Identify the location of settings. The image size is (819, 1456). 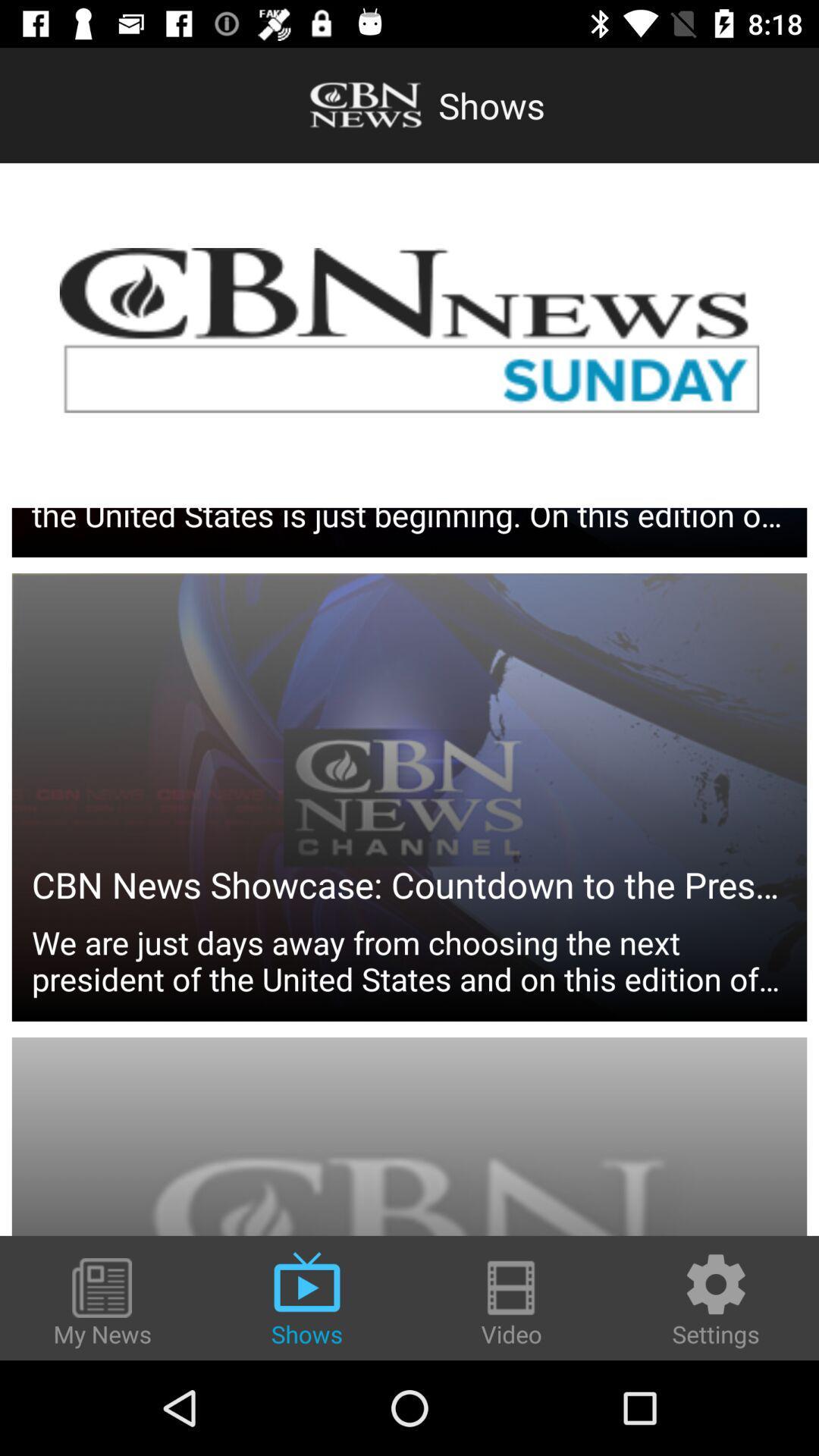
(716, 1298).